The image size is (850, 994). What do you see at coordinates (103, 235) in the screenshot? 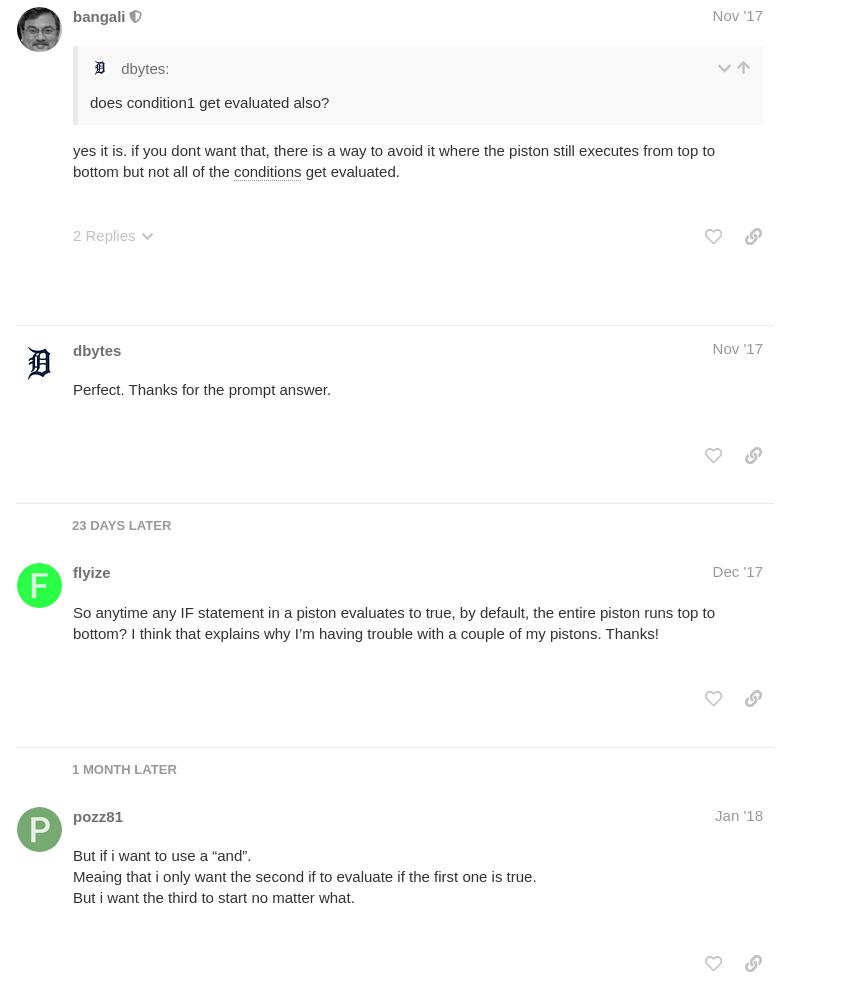
I see `'2 Replies'` at bounding box center [103, 235].